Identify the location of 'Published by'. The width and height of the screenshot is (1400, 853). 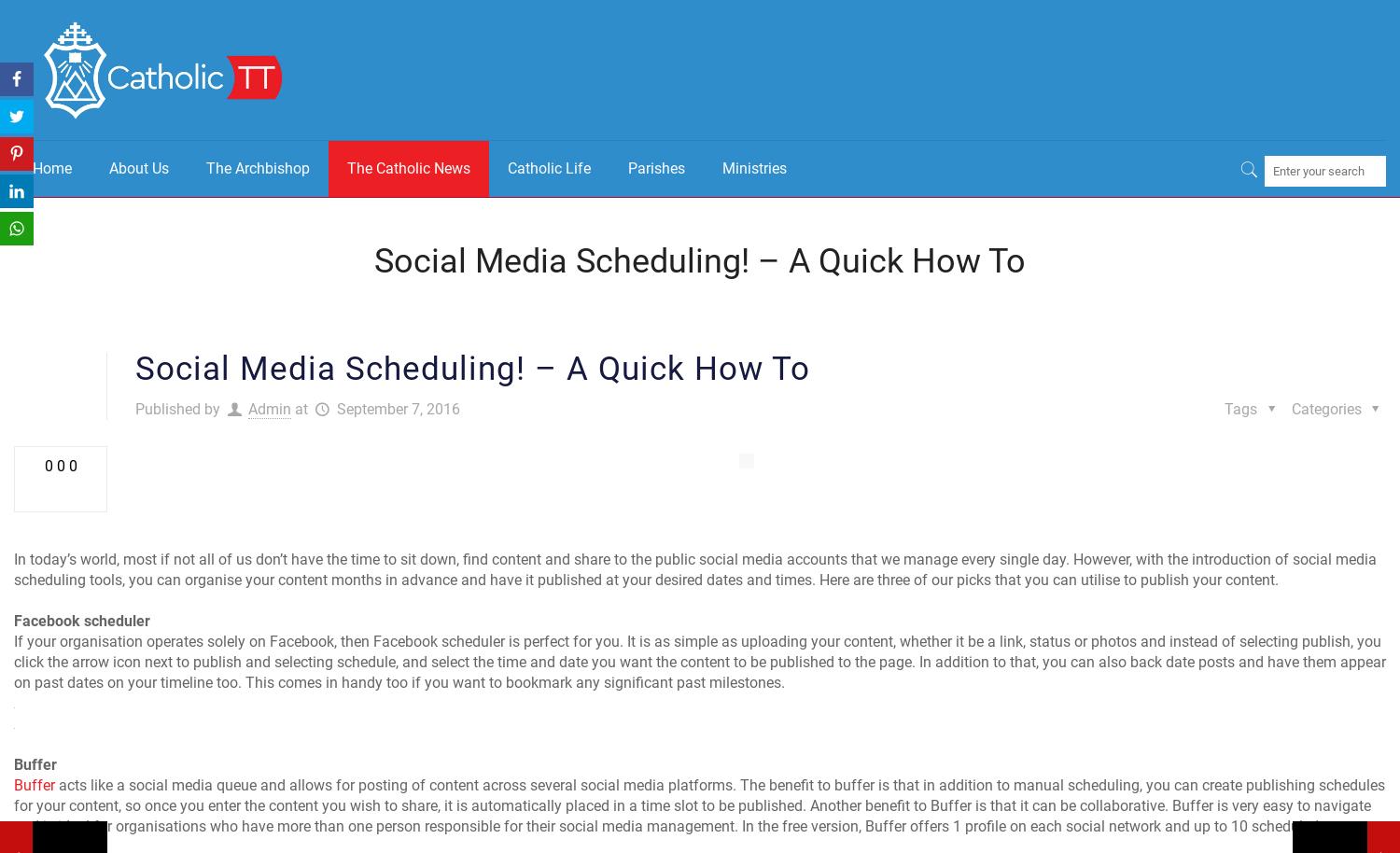
(135, 408).